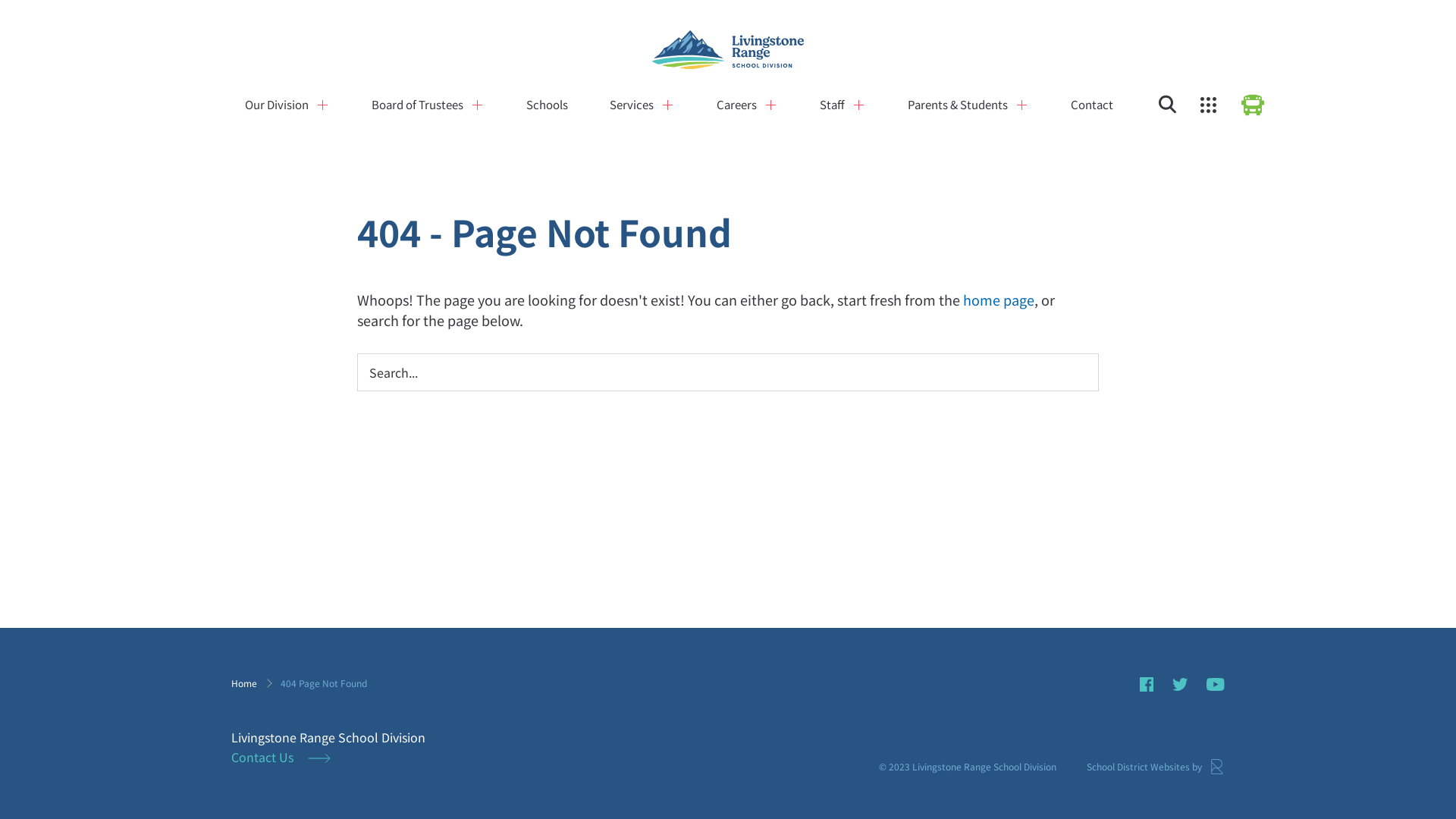 This screenshot has height=819, width=1456. I want to click on 'Bus Status', so click(1241, 104).